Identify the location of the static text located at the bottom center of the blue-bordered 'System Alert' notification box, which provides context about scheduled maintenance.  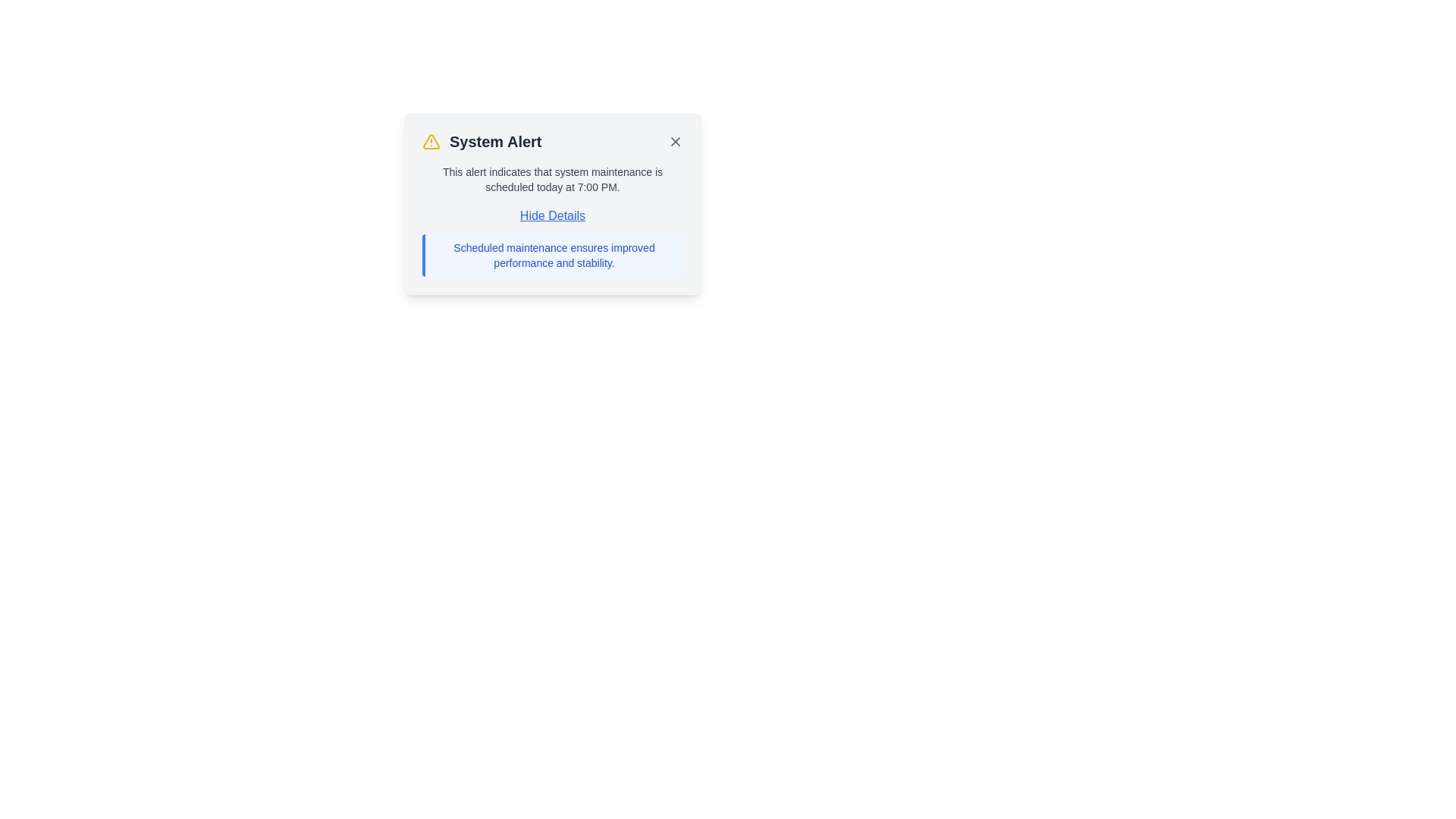
(553, 254).